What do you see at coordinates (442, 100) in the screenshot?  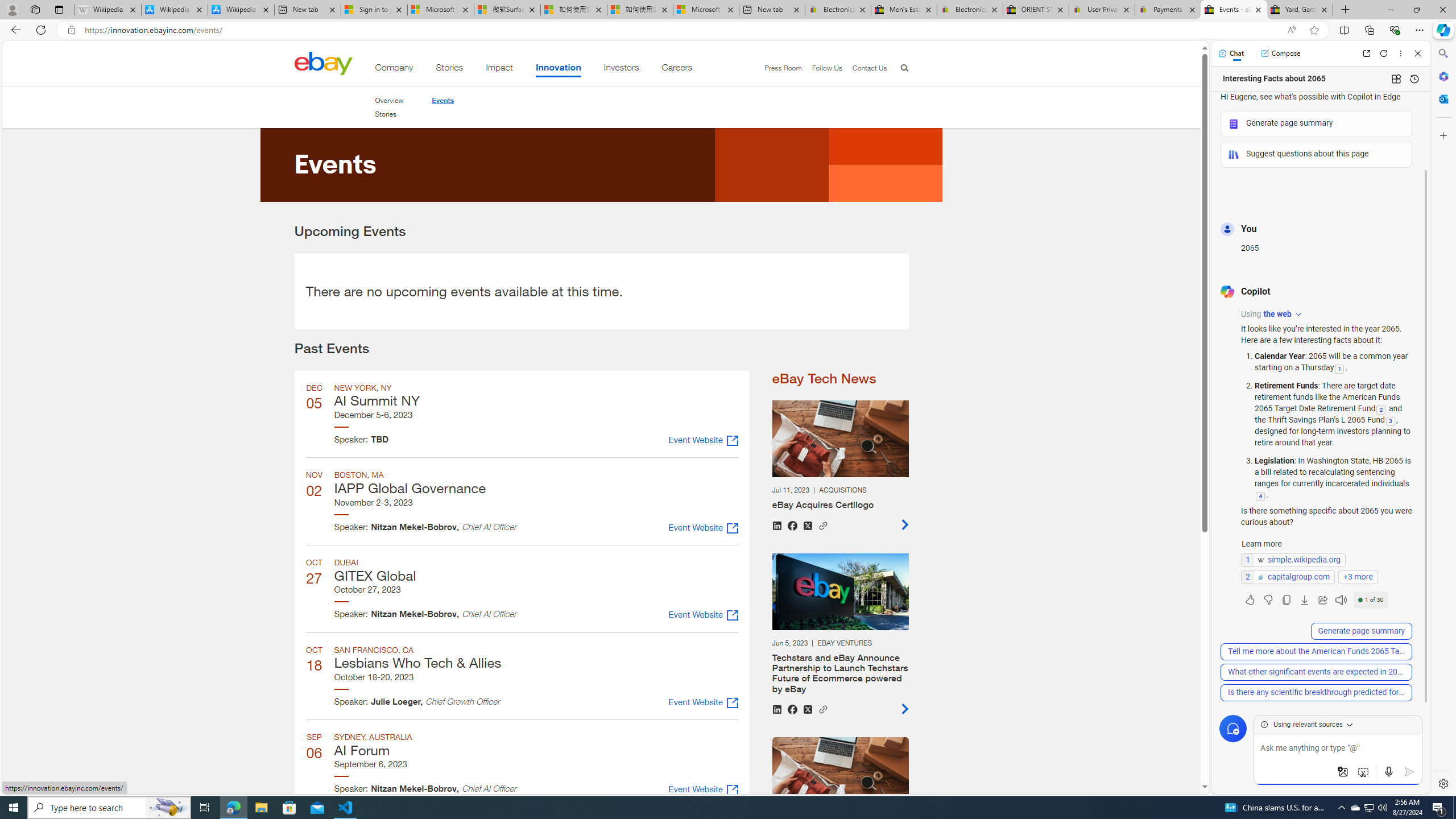 I see `'Events'` at bounding box center [442, 100].